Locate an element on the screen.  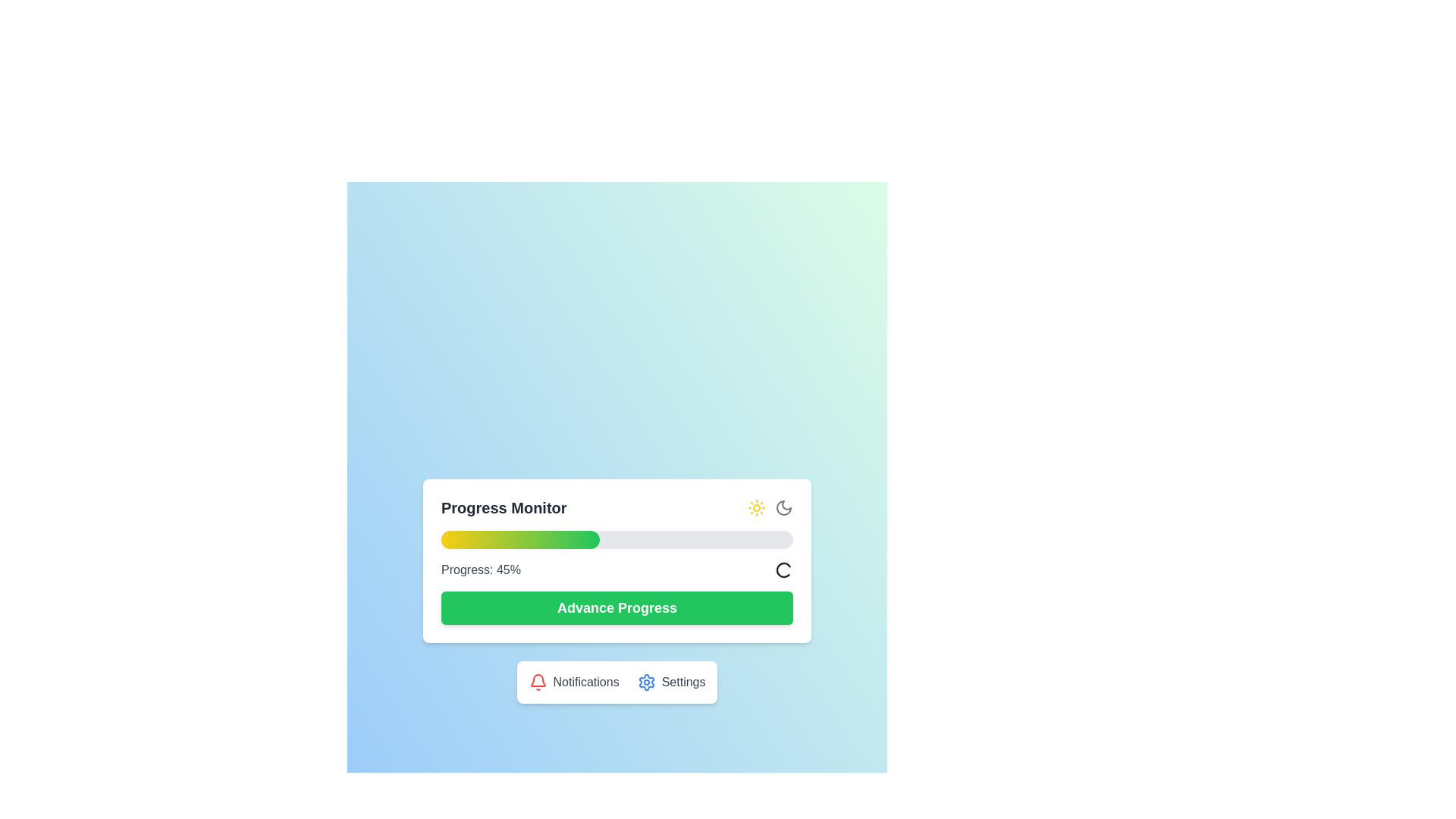
the Loader icon, which is located in the top-right corner of the 'Progress Monitor' card, adjacent to the progress description and the 'Advance Progress' button is located at coordinates (783, 570).